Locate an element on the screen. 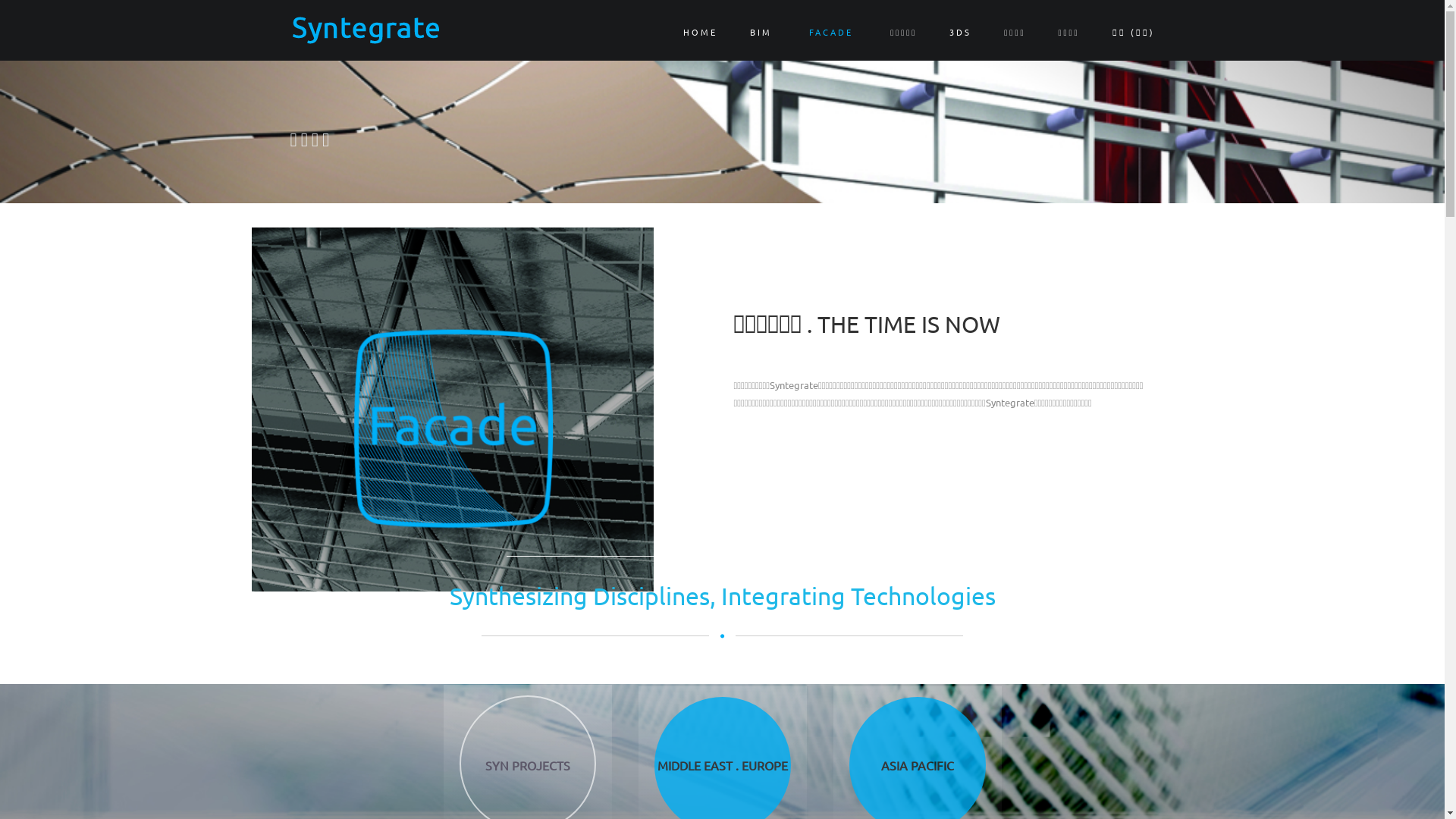 The width and height of the screenshot is (1456, 819). 'BIM' is located at coordinates (764, 34).